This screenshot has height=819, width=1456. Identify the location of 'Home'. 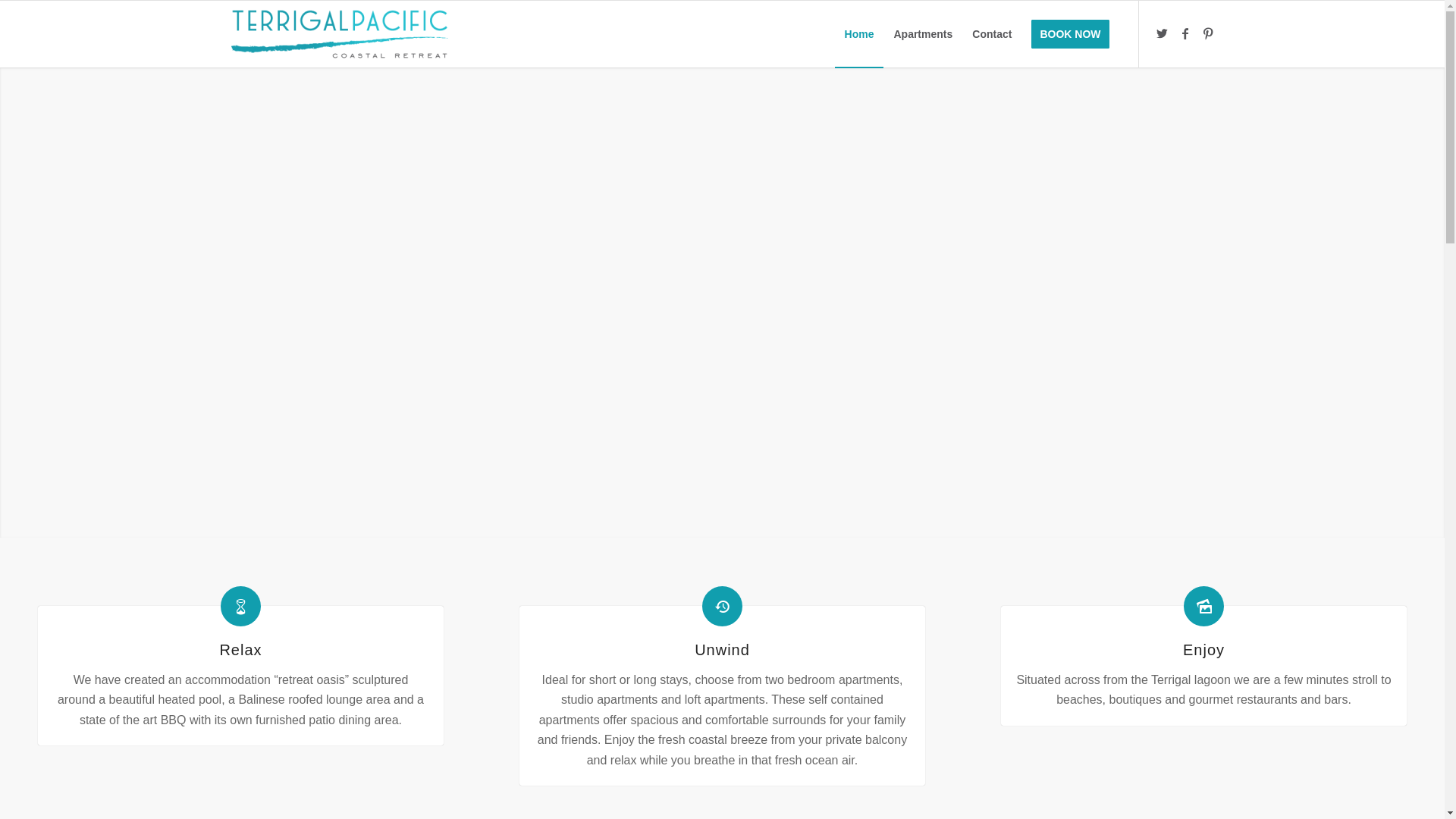
(859, 34).